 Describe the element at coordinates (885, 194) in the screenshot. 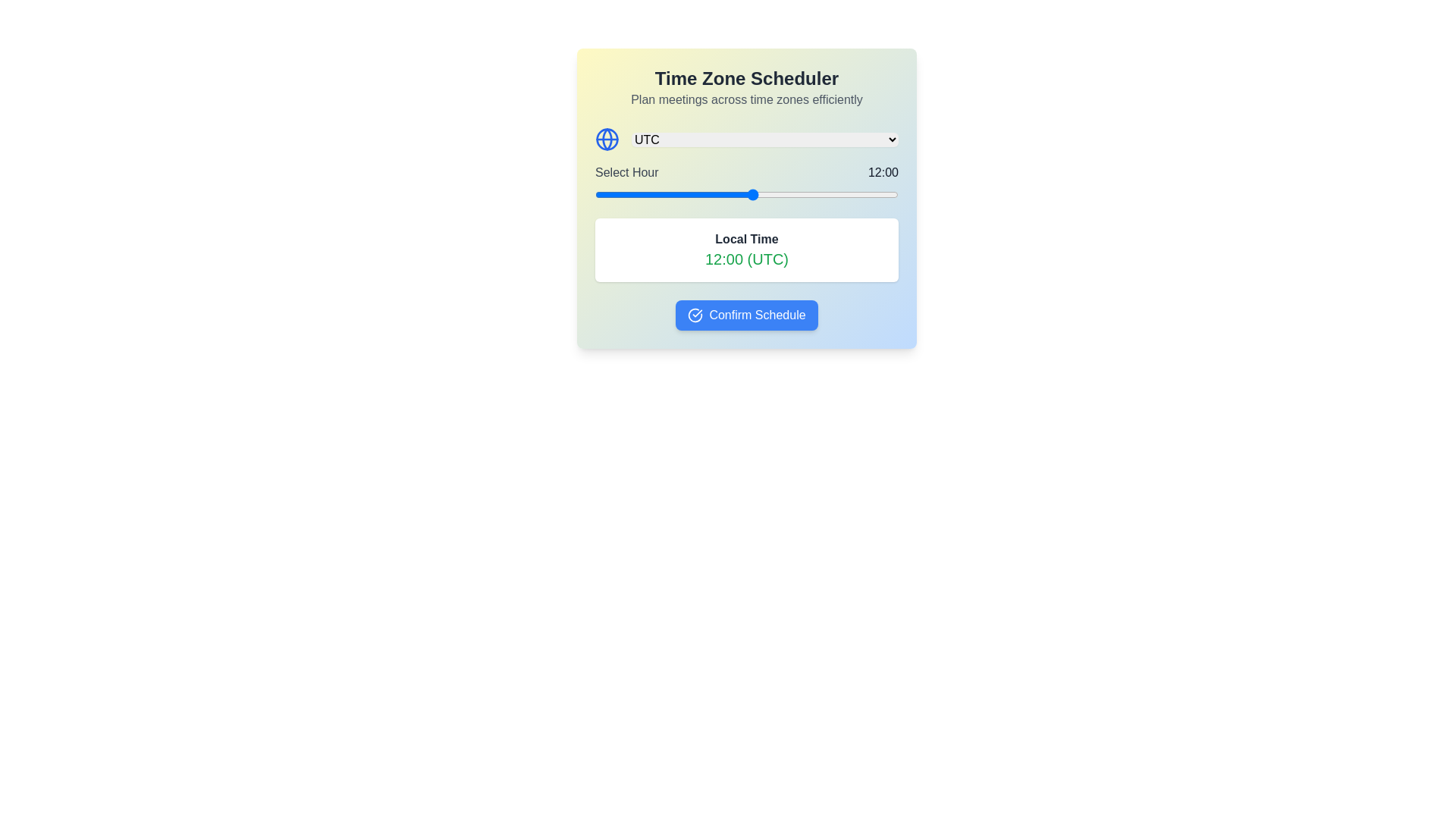

I see `the hour` at that location.